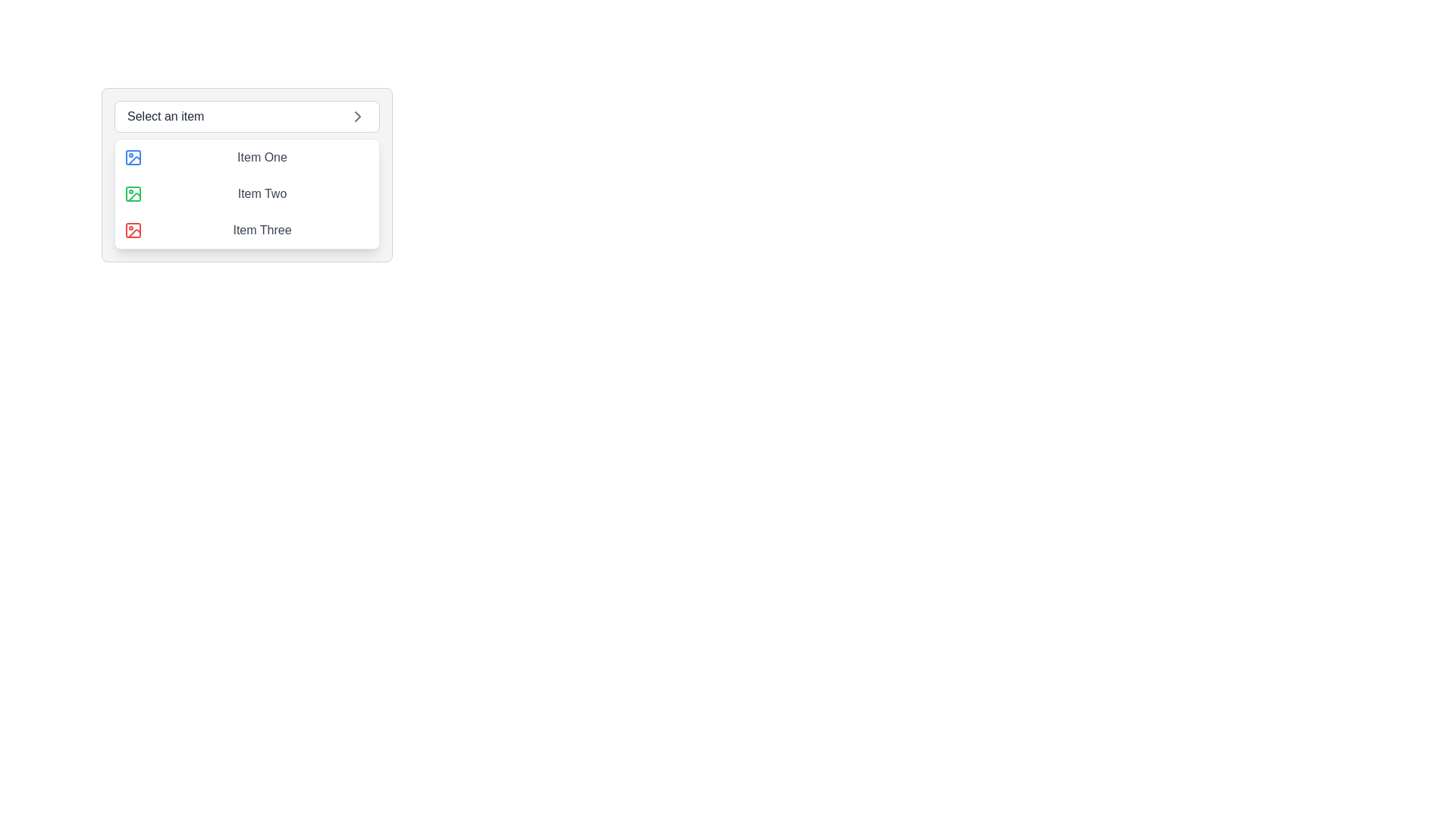 The width and height of the screenshot is (1456, 819). What do you see at coordinates (356, 116) in the screenshot?
I see `the rightward chevron icon, which is part of the dropdown selection box labeled 'Select an item'` at bounding box center [356, 116].